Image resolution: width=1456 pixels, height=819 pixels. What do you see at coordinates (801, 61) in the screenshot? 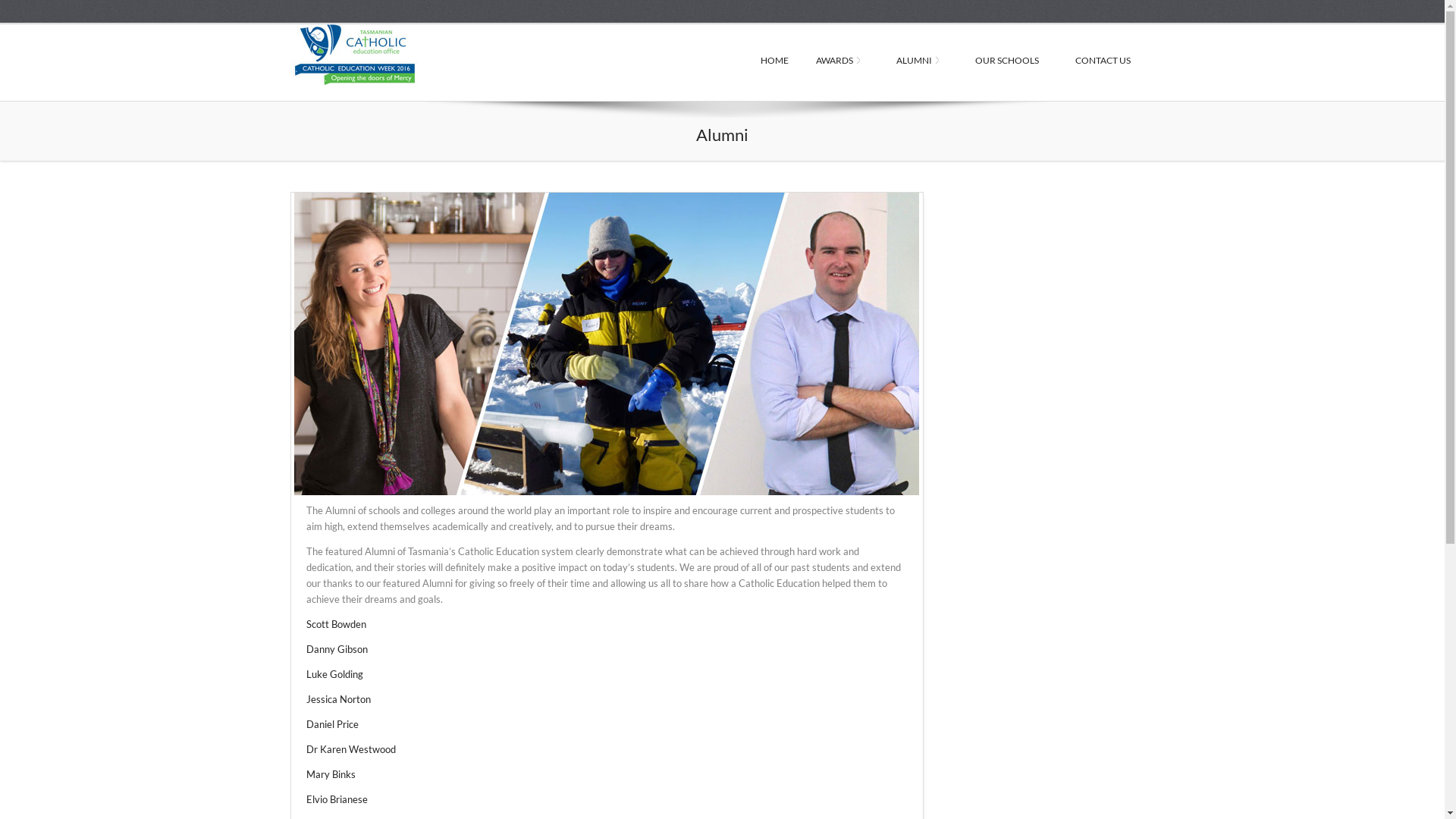
I see `'AWARDS '` at bounding box center [801, 61].